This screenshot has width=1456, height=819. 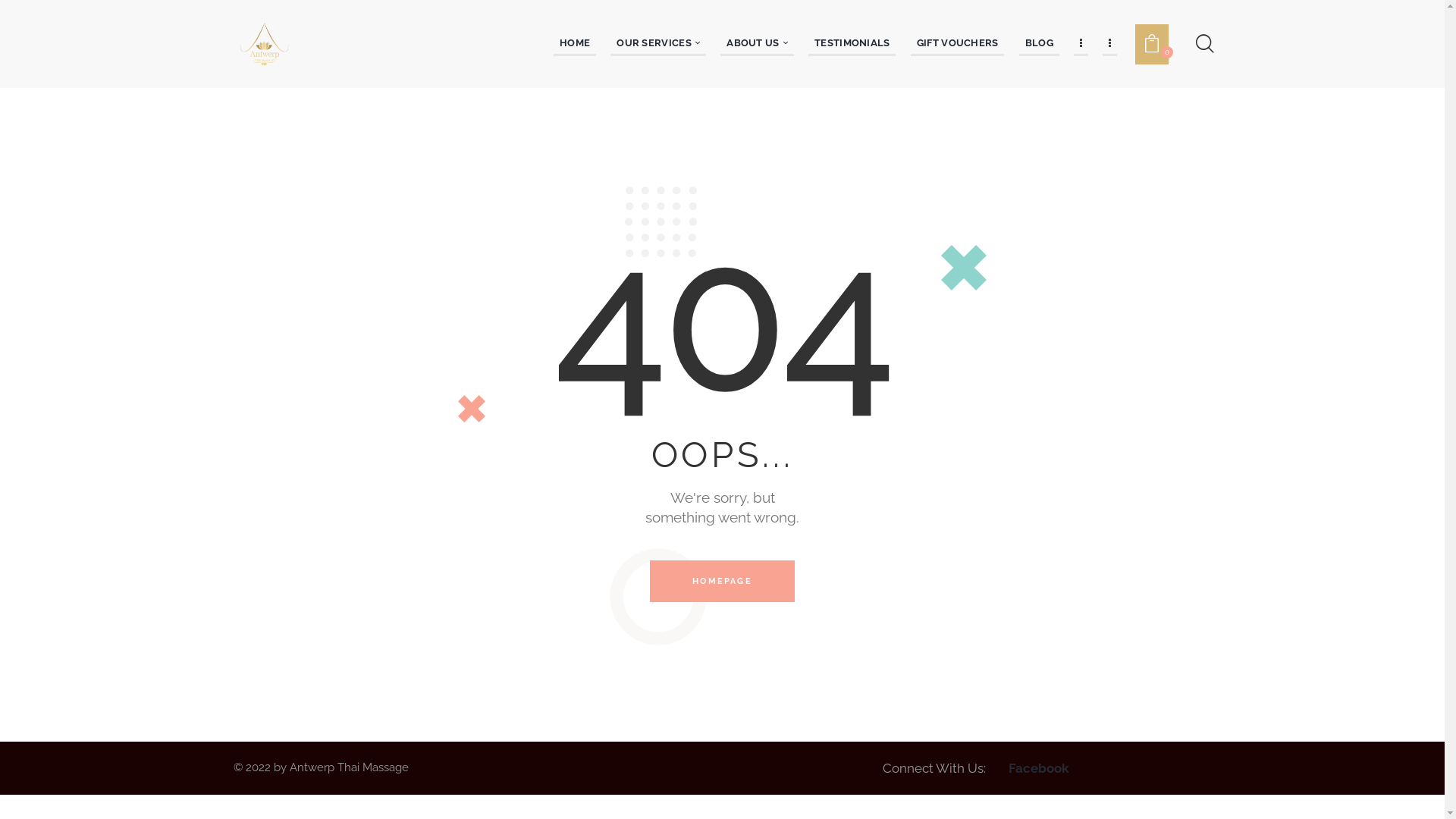 What do you see at coordinates (1037, 768) in the screenshot?
I see `'Facebook'` at bounding box center [1037, 768].